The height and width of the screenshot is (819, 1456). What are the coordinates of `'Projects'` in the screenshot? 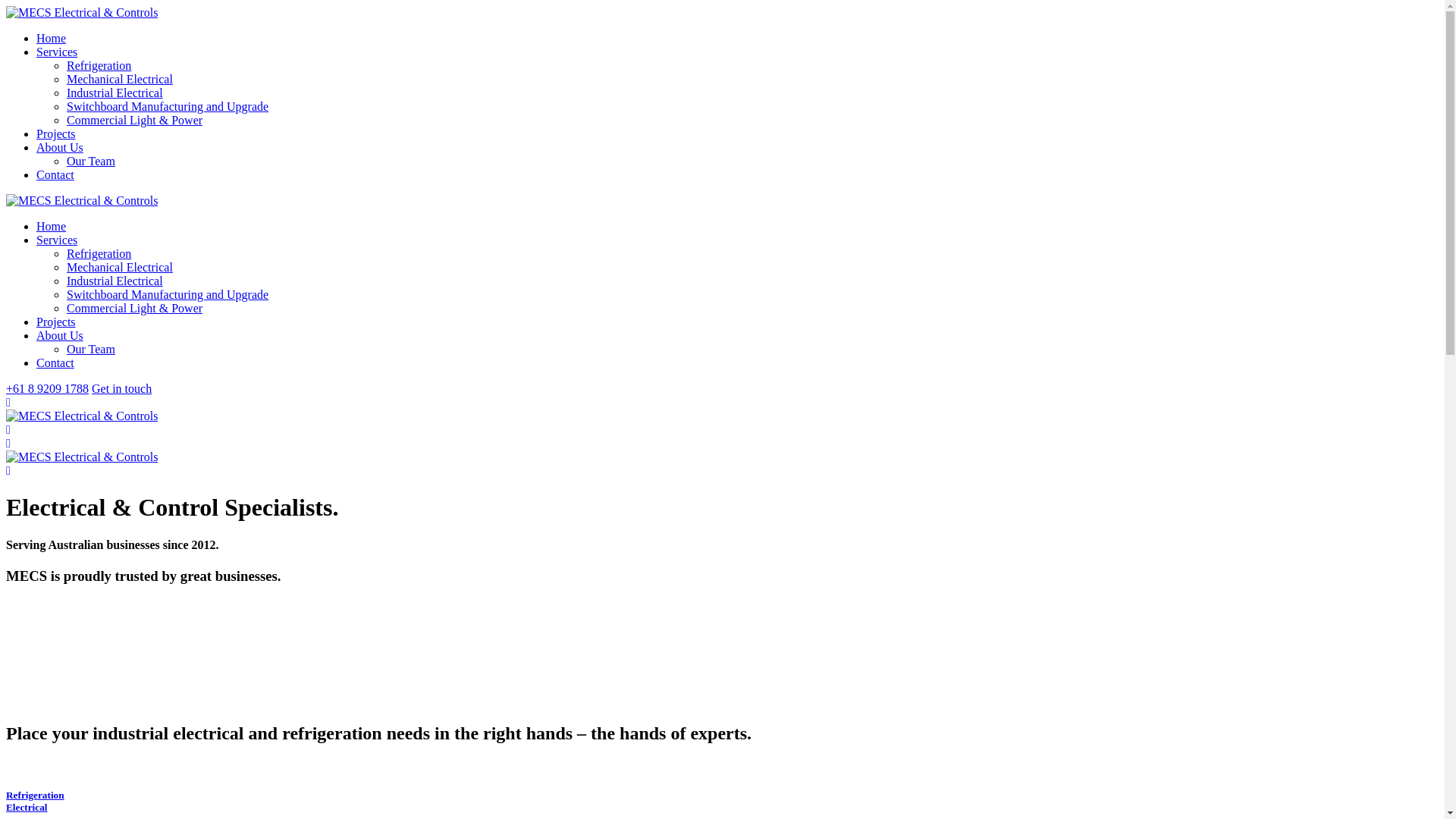 It's located at (55, 321).